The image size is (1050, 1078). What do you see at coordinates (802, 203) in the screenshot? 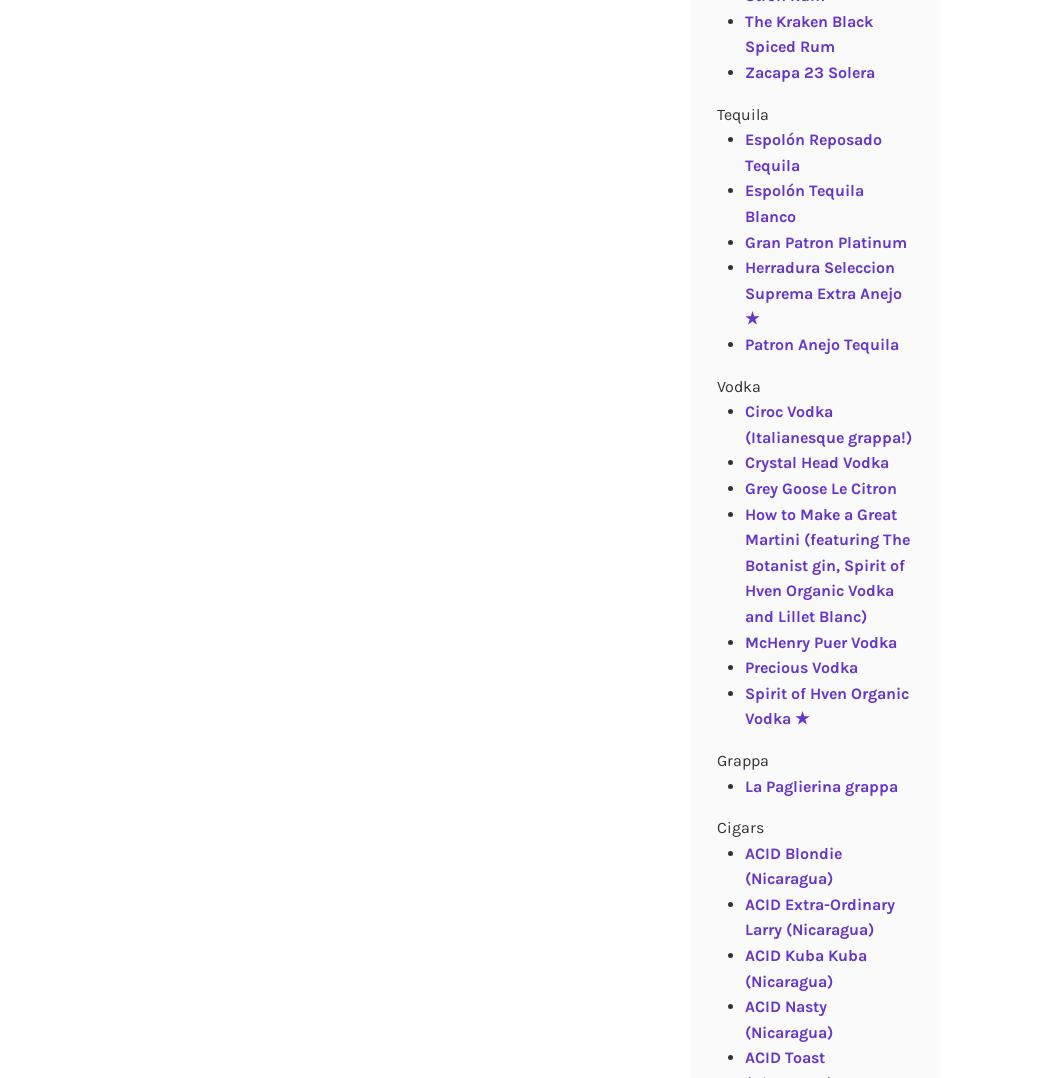
I see `'Espolón Tequila Blanco'` at bounding box center [802, 203].